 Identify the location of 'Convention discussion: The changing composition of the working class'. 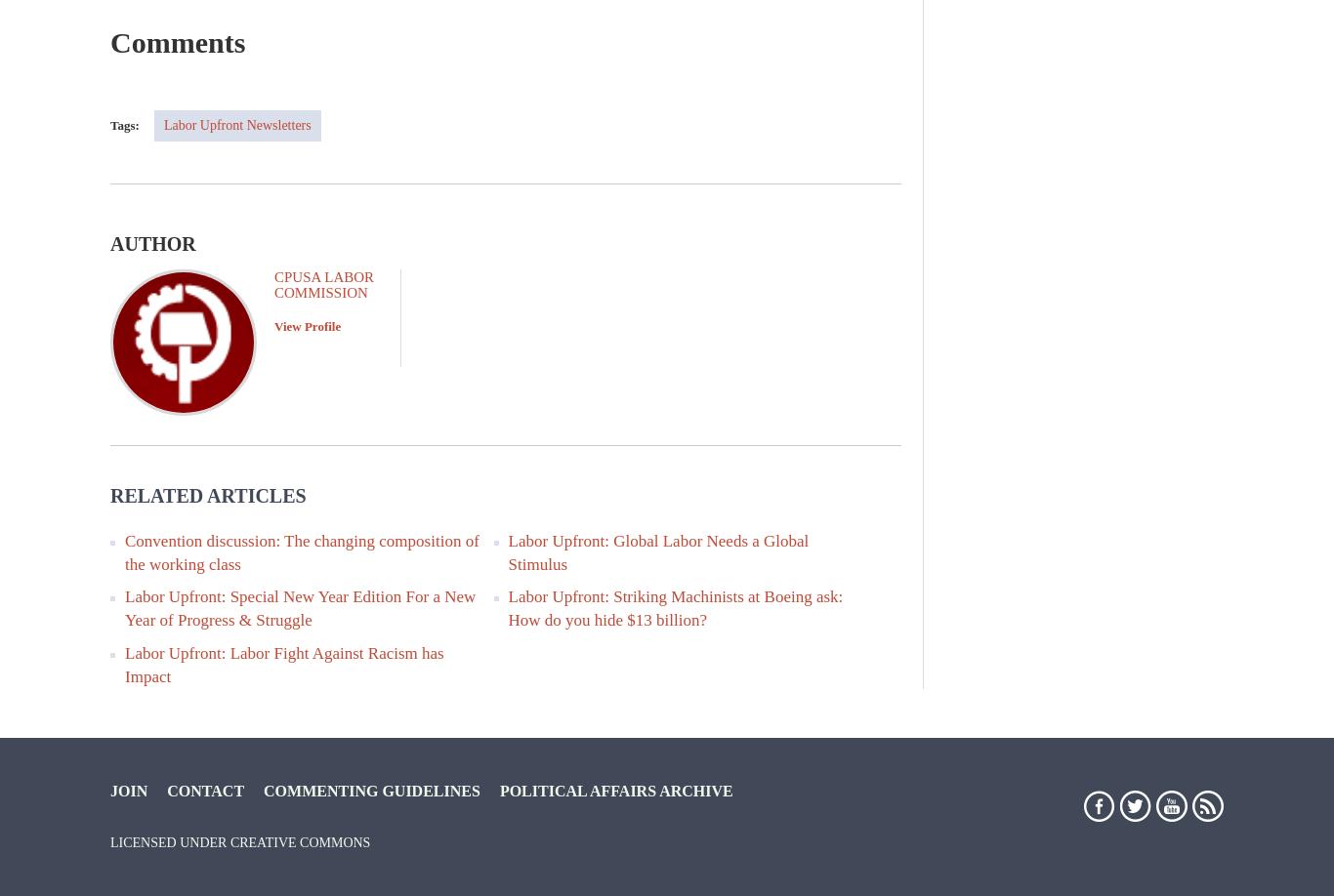
(301, 550).